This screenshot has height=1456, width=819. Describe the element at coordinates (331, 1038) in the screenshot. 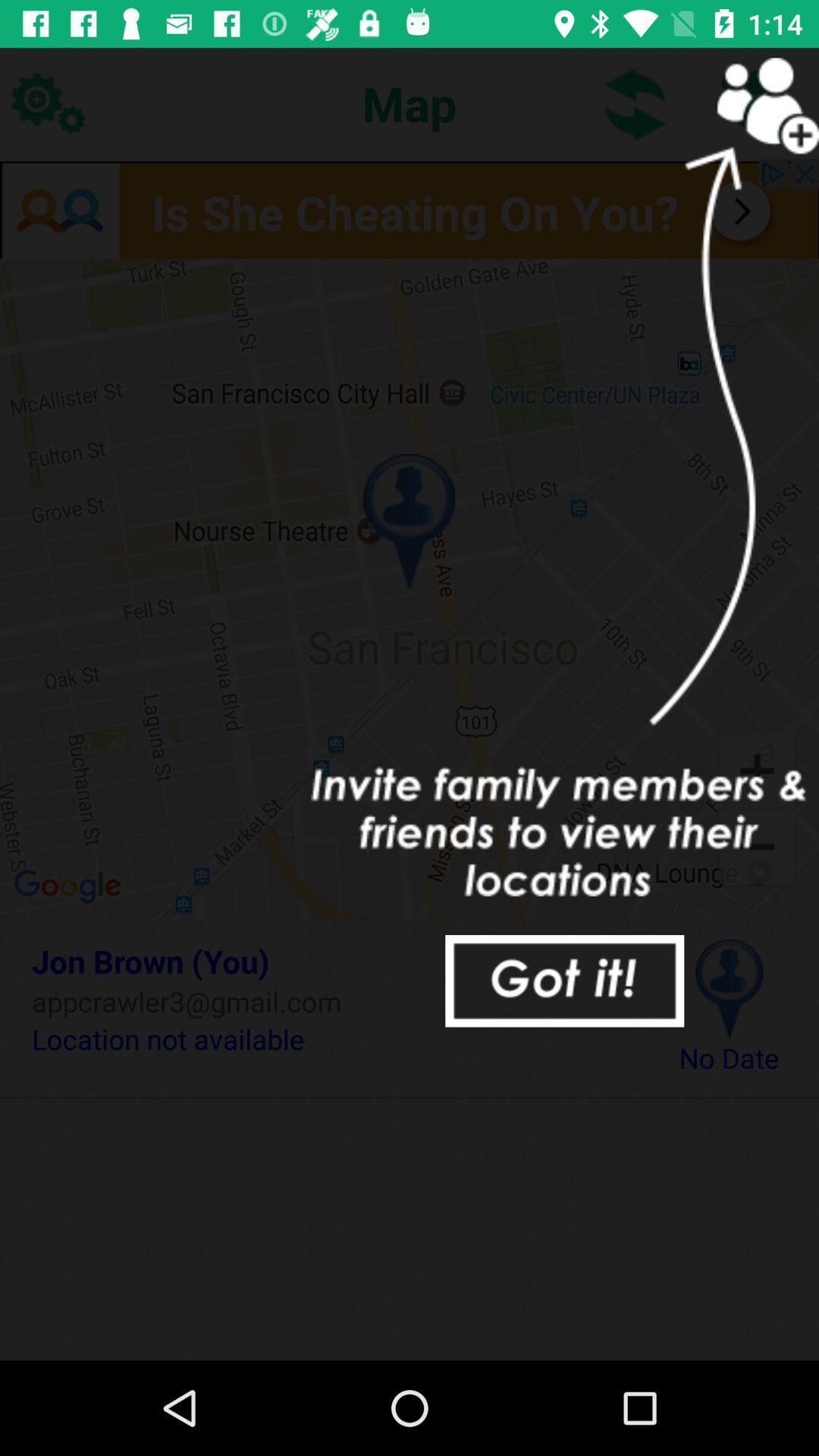

I see `location not available item` at that location.